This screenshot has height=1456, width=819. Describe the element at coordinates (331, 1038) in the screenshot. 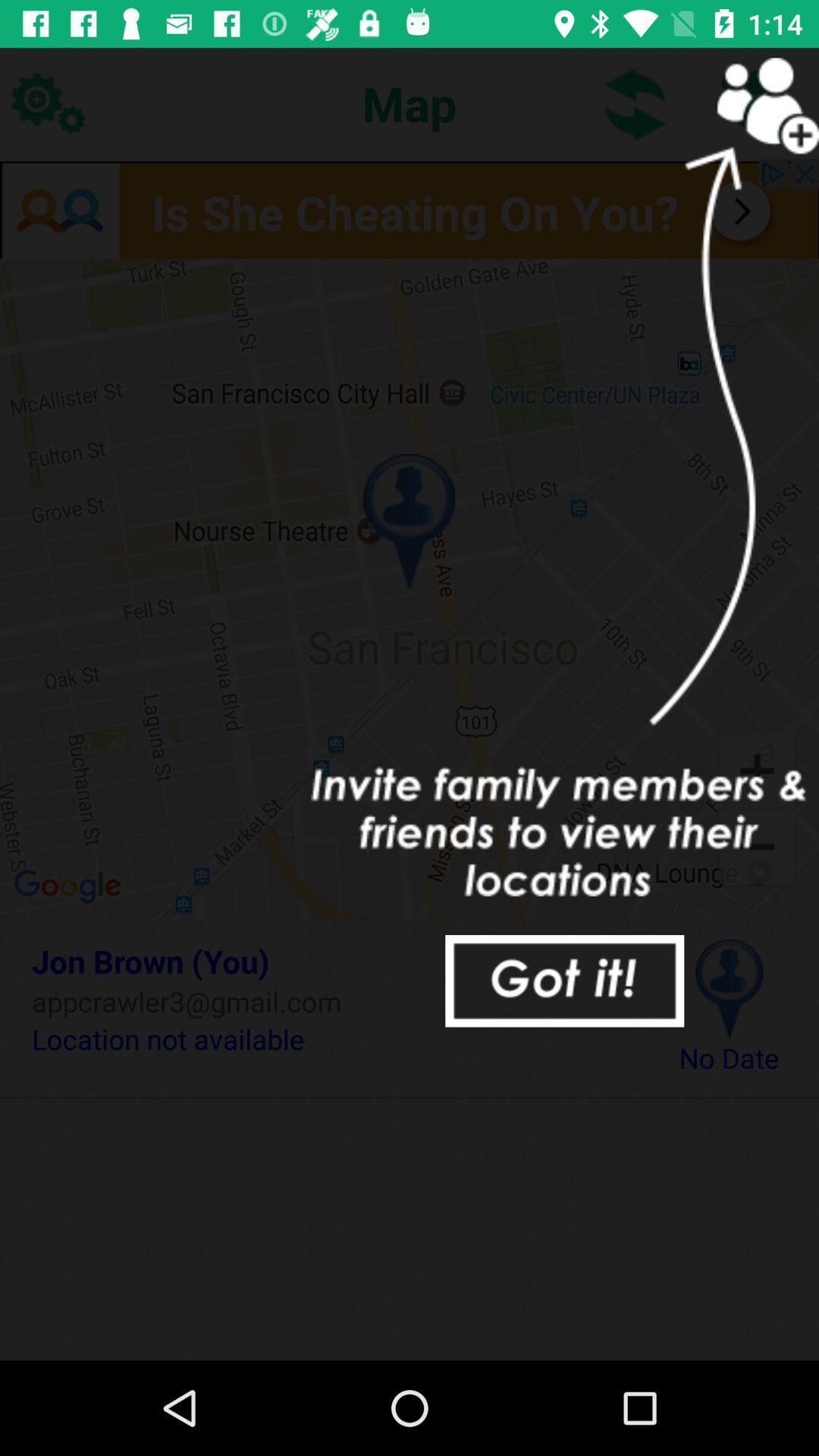

I see `location not available item` at that location.